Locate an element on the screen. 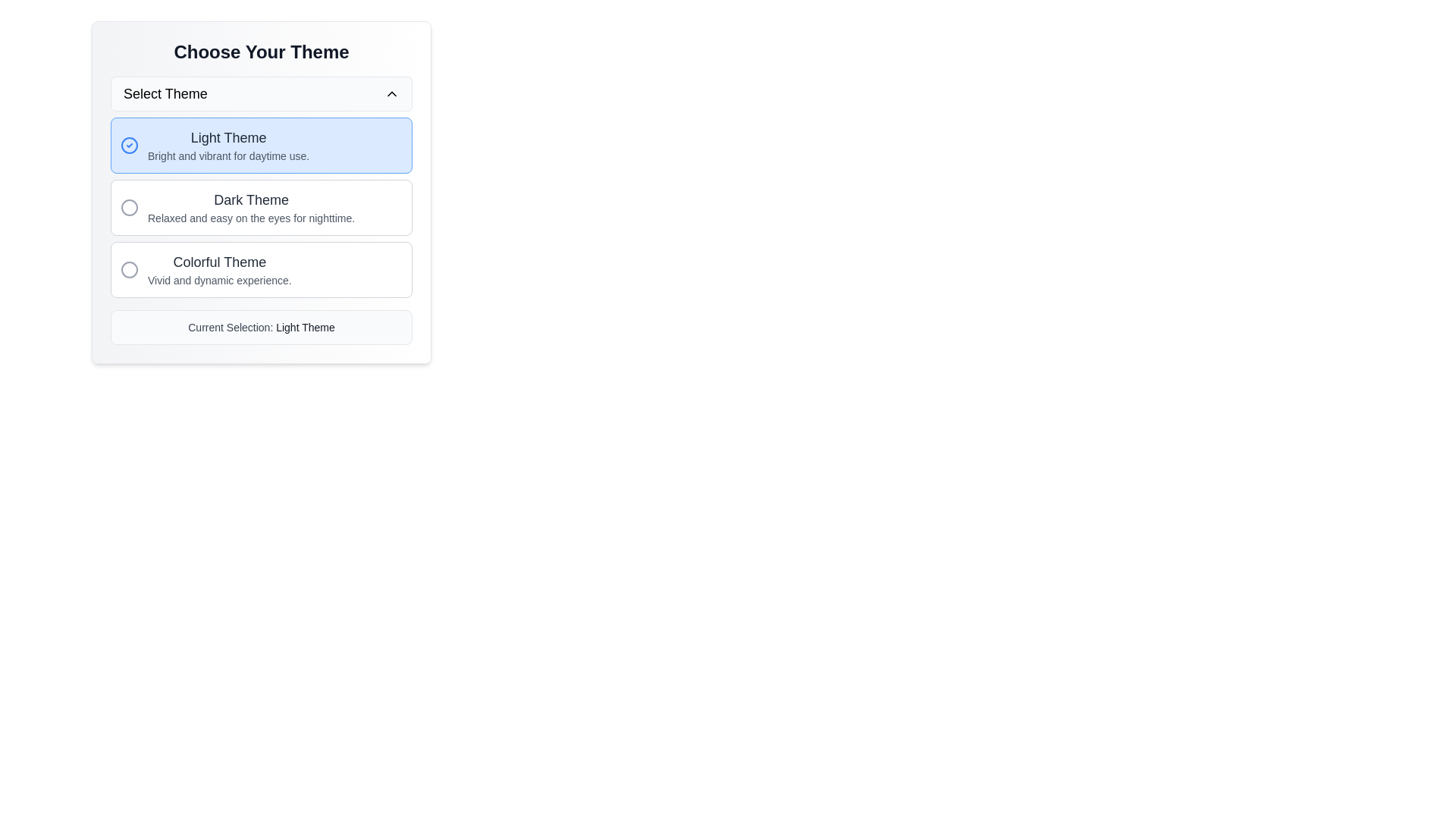 This screenshot has height=819, width=1456. the Informational display panel that shows the currently selected theme, located below the theme options list in the 'Choose Your Theme' section is located at coordinates (262, 327).